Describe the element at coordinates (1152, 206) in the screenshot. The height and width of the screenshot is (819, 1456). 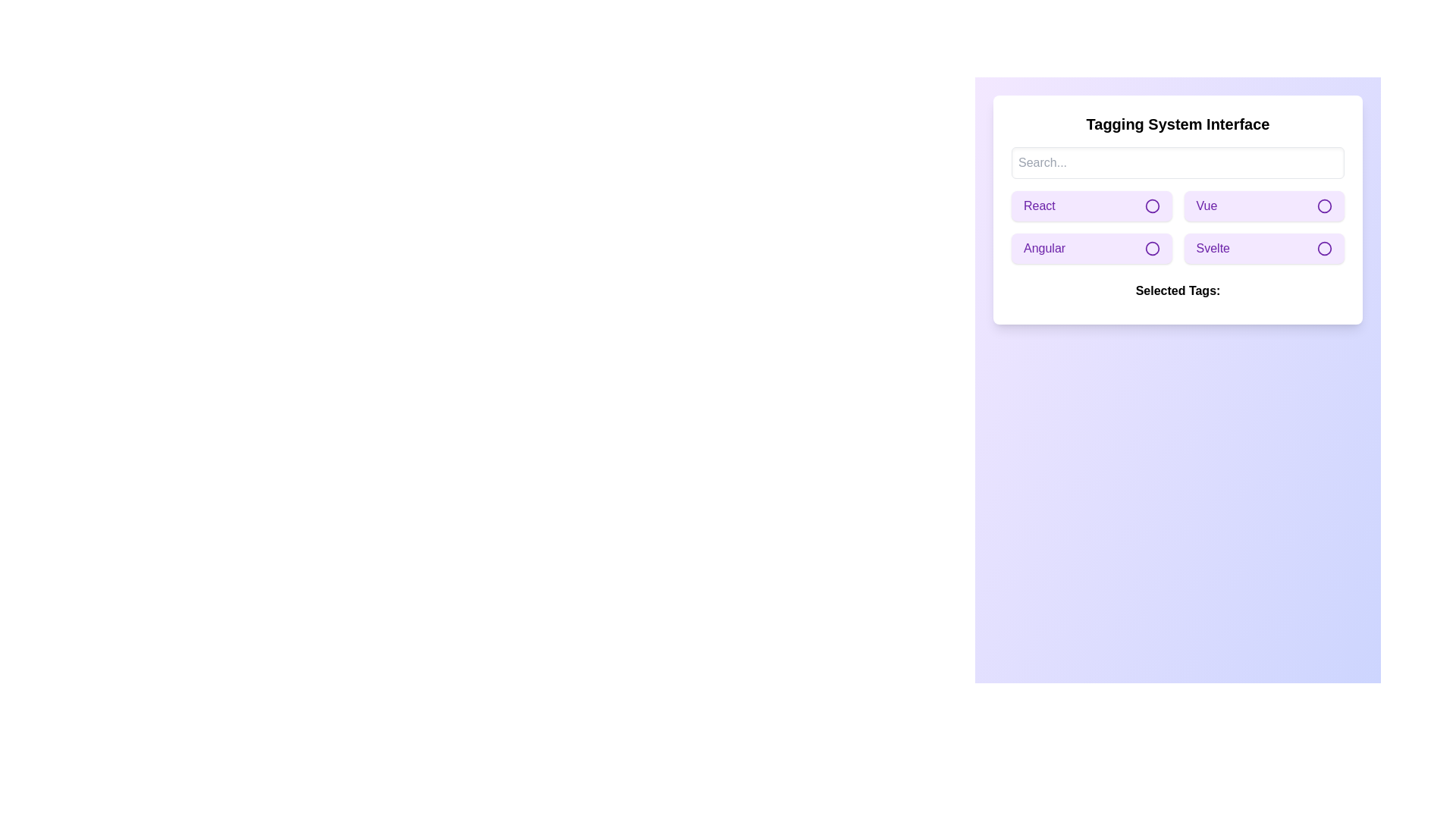
I see `the circular icon, which is a selection indicator located to the right of the 'React' label` at that location.